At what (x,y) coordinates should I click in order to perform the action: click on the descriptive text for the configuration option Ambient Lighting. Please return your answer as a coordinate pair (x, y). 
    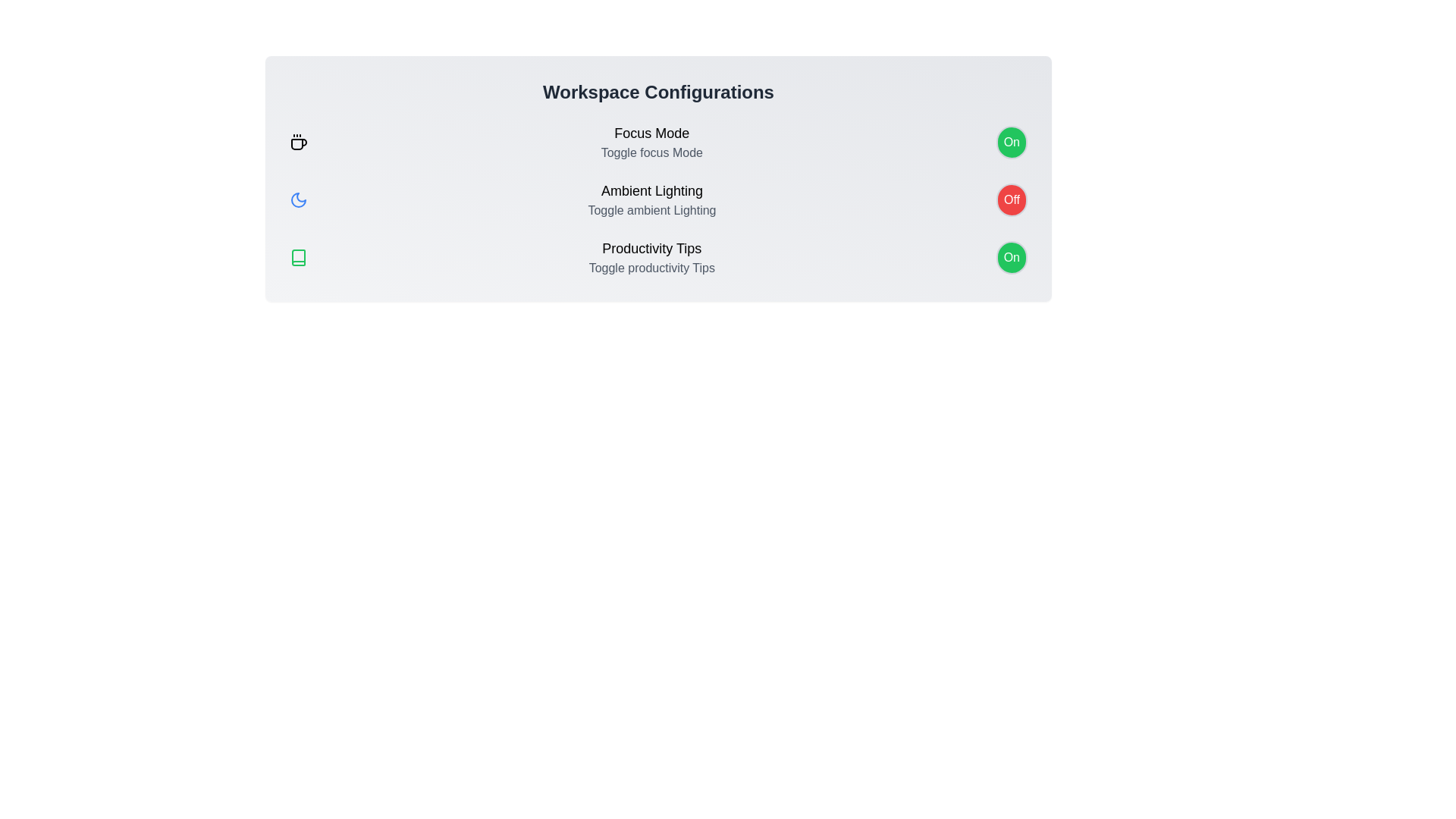
    Looking at the image, I should click on (651, 190).